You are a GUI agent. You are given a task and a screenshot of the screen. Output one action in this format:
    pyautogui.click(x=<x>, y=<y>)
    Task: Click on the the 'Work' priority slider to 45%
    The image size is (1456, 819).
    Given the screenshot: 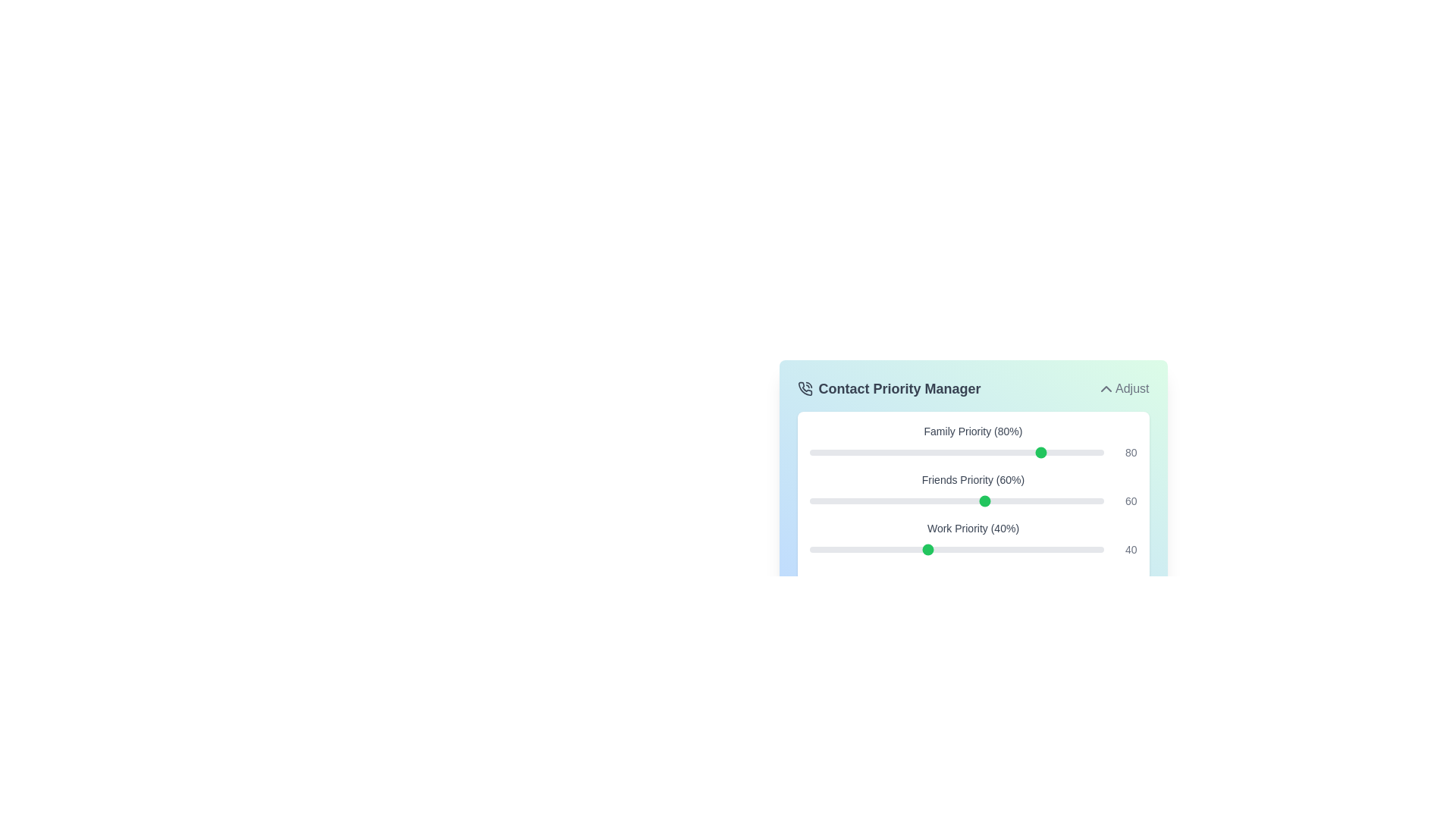 What is the action you would take?
    pyautogui.click(x=941, y=550)
    